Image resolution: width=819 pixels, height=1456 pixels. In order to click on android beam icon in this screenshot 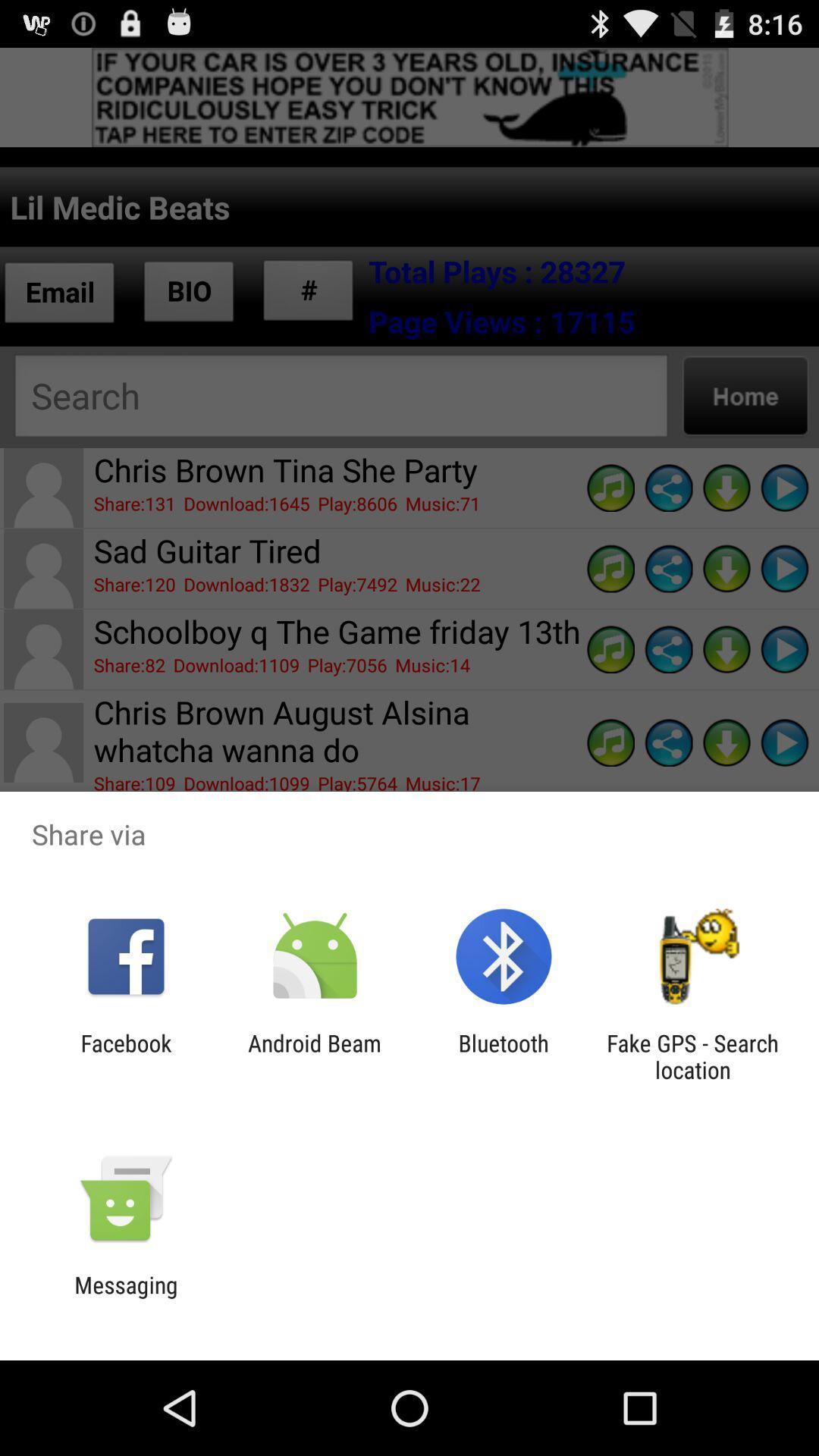, I will do `click(314, 1056)`.